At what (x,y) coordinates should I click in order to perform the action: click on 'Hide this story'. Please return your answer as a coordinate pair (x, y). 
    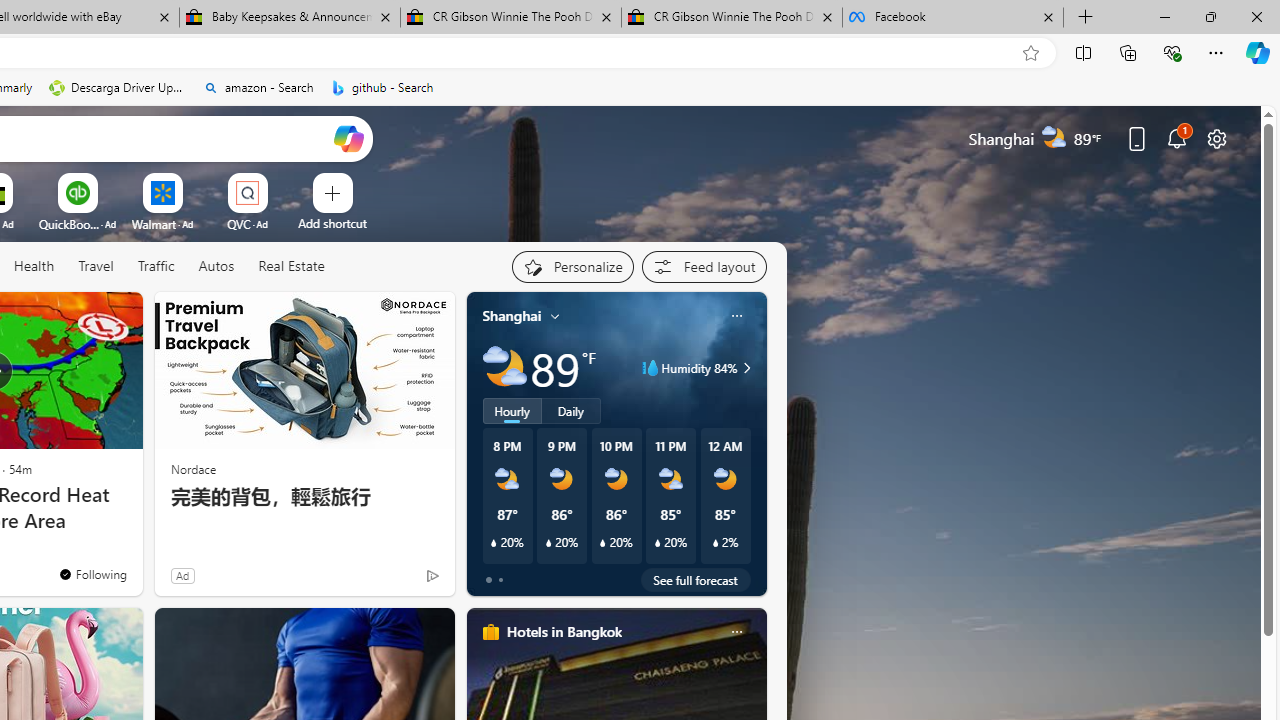
    Looking at the image, I should click on (81, 315).